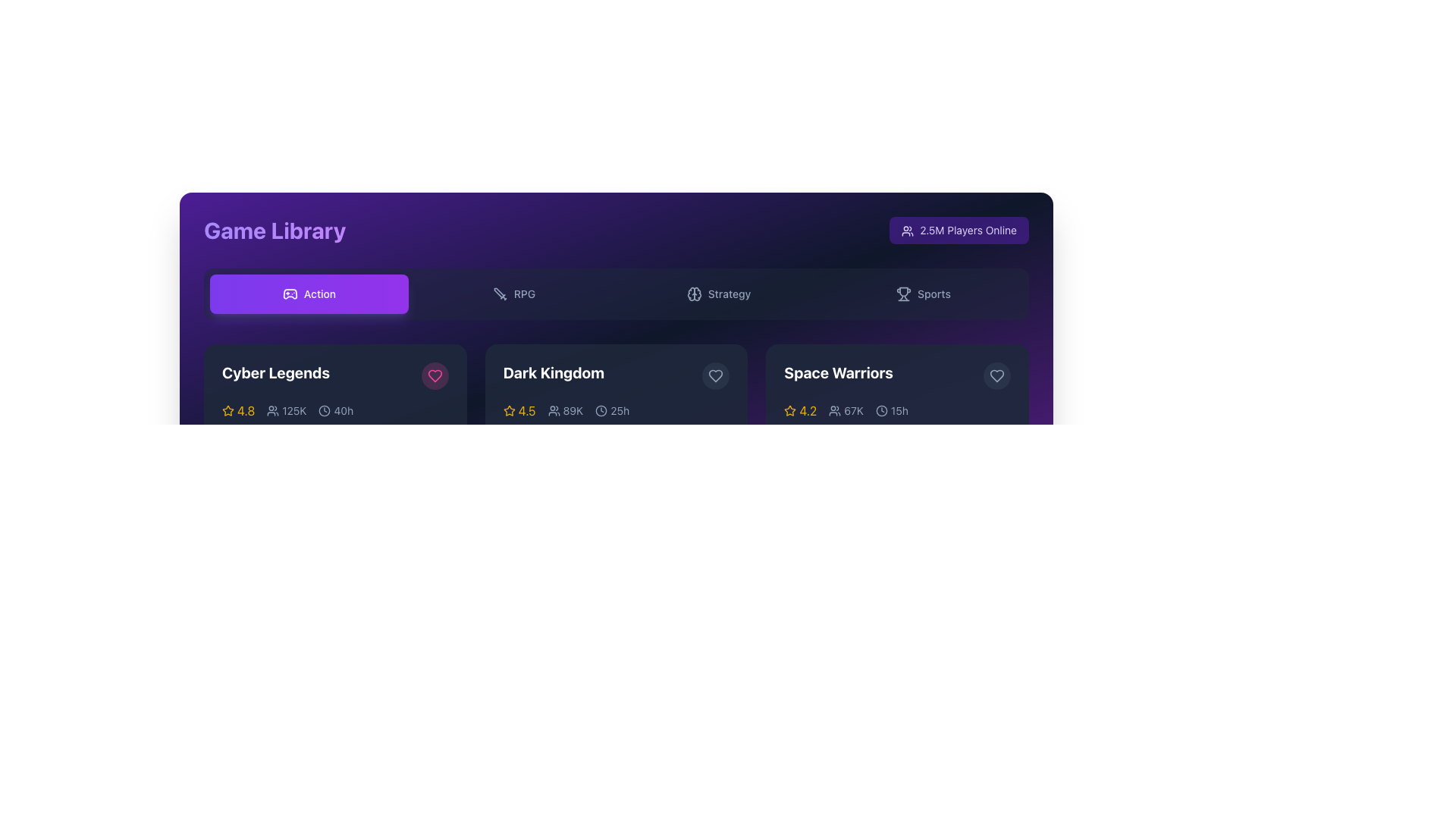 The width and height of the screenshot is (1456, 819). What do you see at coordinates (904, 294) in the screenshot?
I see `the trophy-shaped SVG icon located to the left of the 'Sports' text in the dark-themed UI` at bounding box center [904, 294].